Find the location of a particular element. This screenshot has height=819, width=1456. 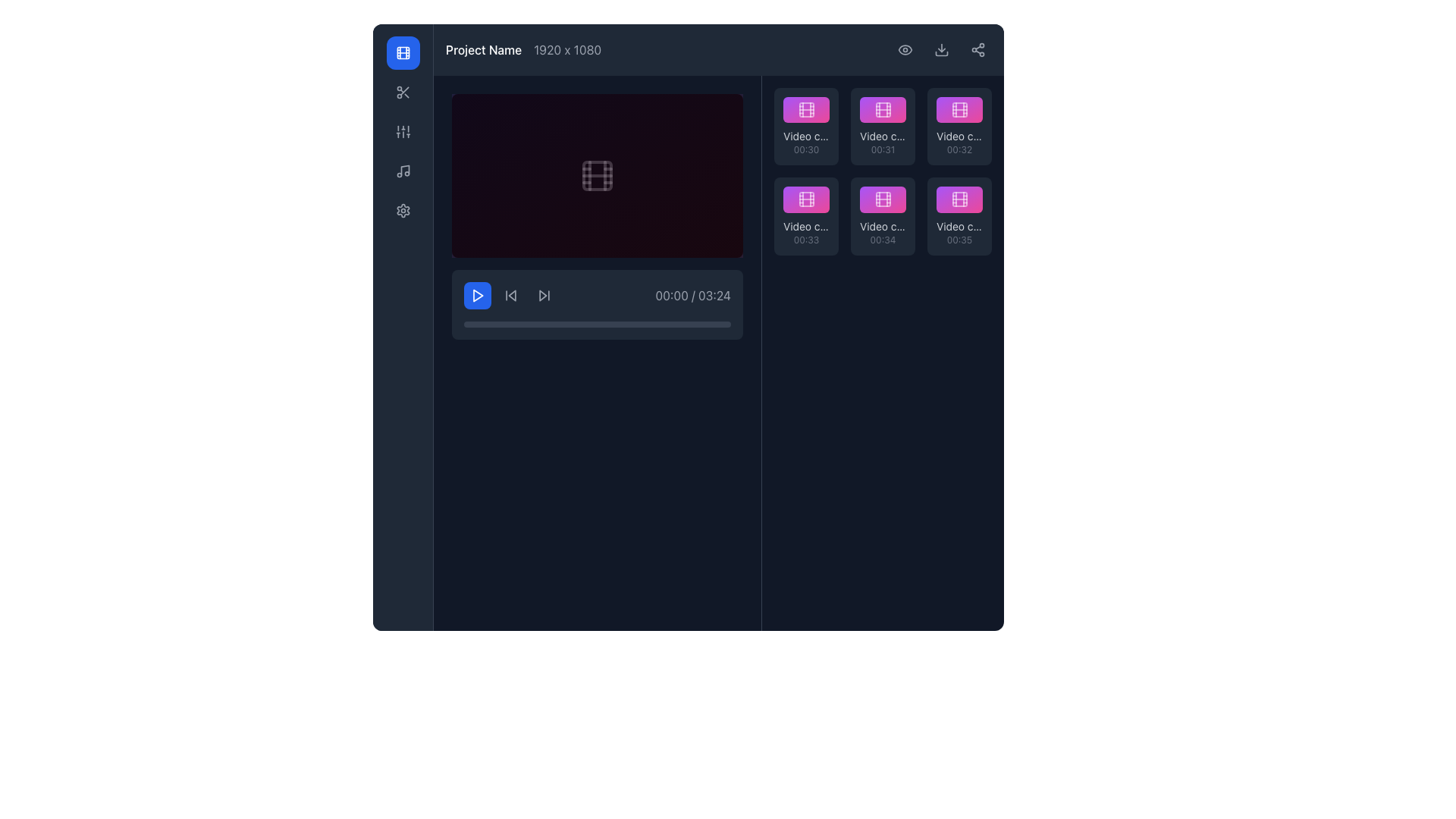

text label identifying the video clip located in the top-right section of the grid, specifically in the third column of the first row is located at coordinates (959, 136).